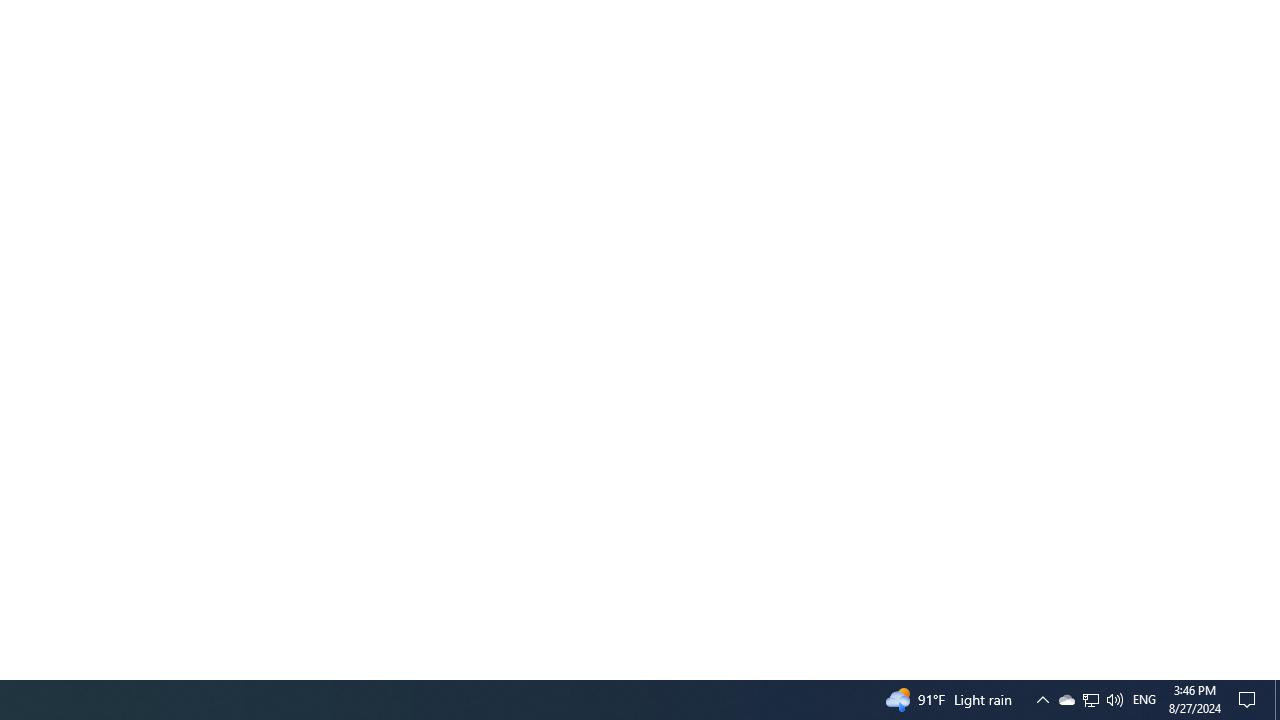 The image size is (1280, 720). I want to click on 'Action Center, No new notifications', so click(1250, 698).